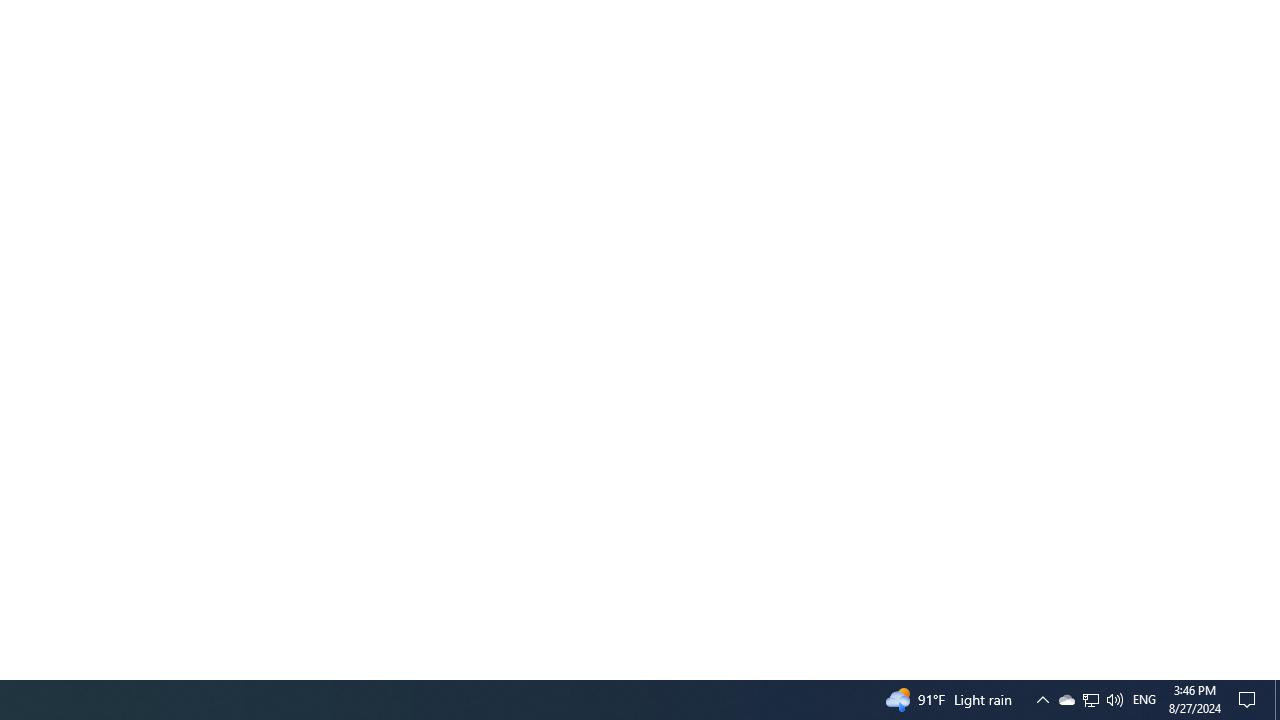 The image size is (1280, 720). I want to click on 'Action Center, No new notifications', so click(1250, 698).